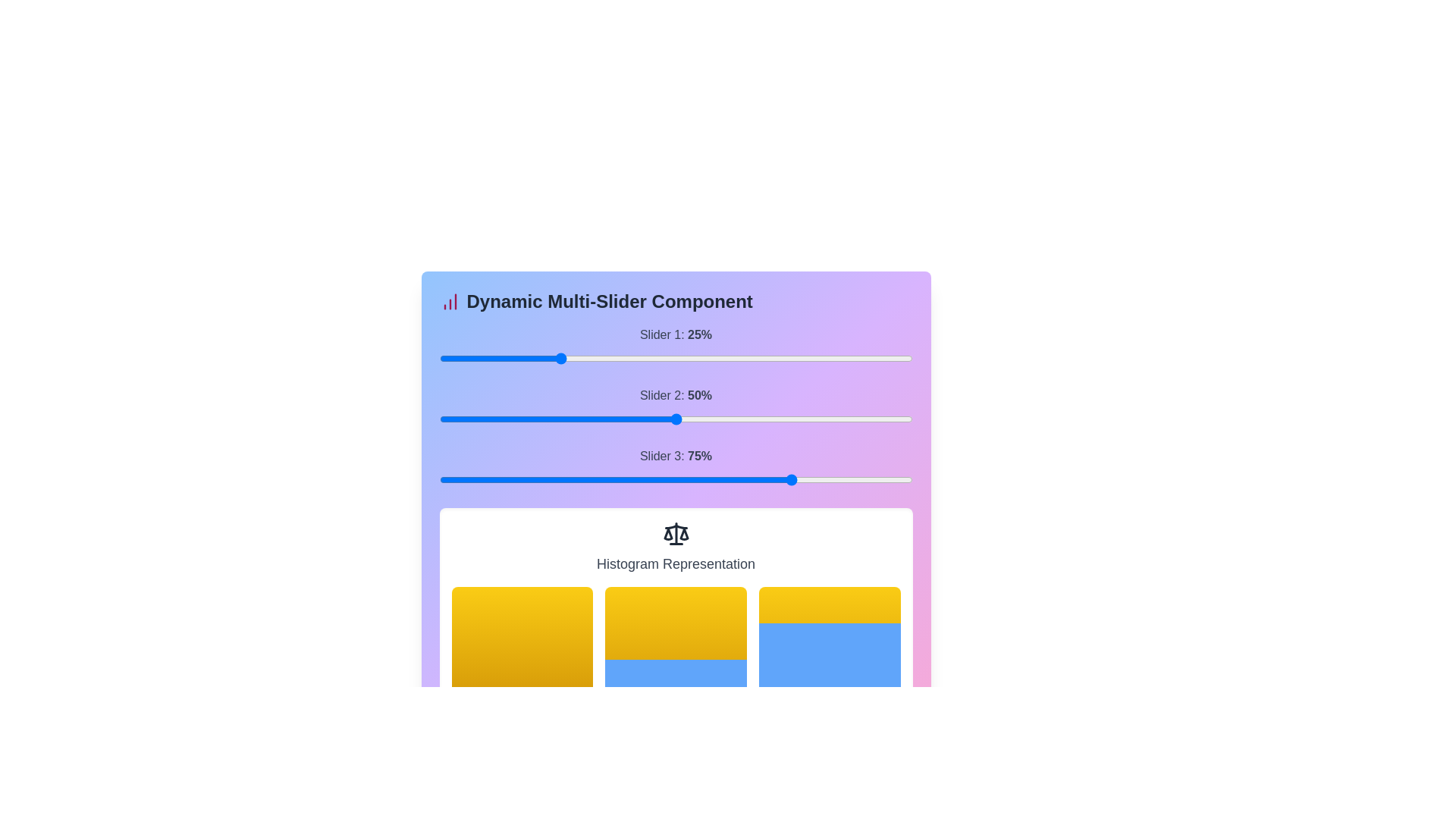  What do you see at coordinates (805, 359) in the screenshot?
I see `the slider 1 to 55% to observe histogram changes` at bounding box center [805, 359].